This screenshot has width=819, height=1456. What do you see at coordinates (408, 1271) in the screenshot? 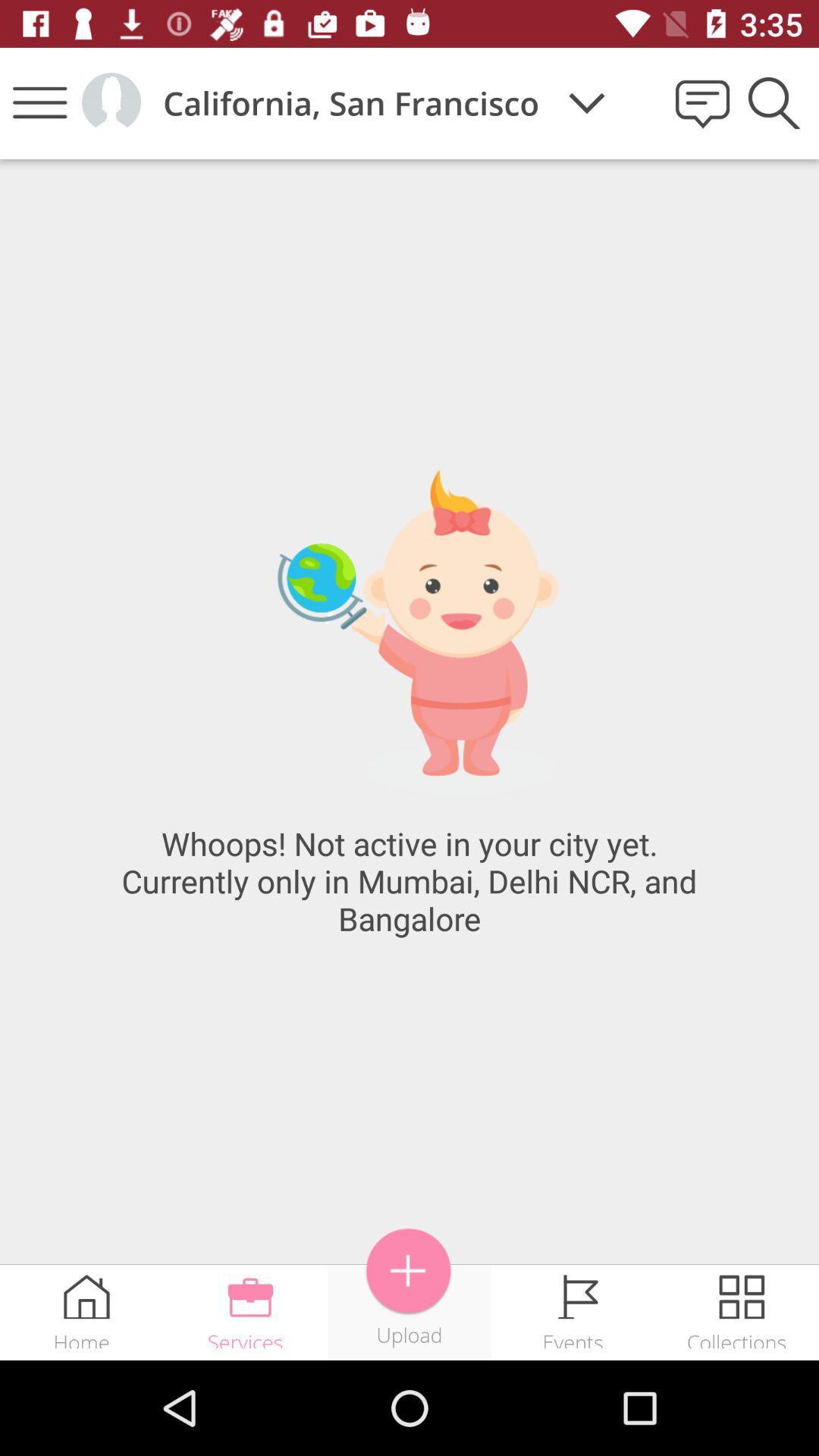
I see `to upload` at bounding box center [408, 1271].